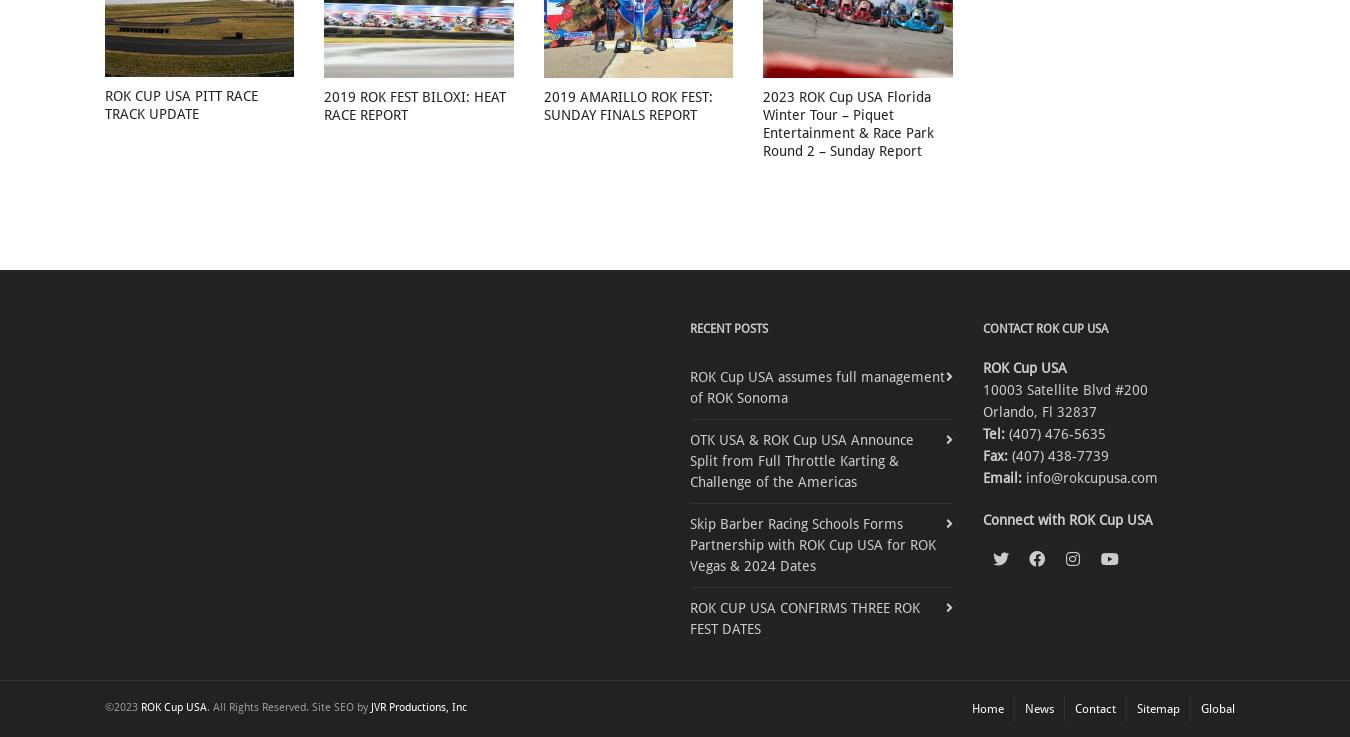 The height and width of the screenshot is (737, 1350). I want to click on '(407) 438-7739', so click(1057, 455).